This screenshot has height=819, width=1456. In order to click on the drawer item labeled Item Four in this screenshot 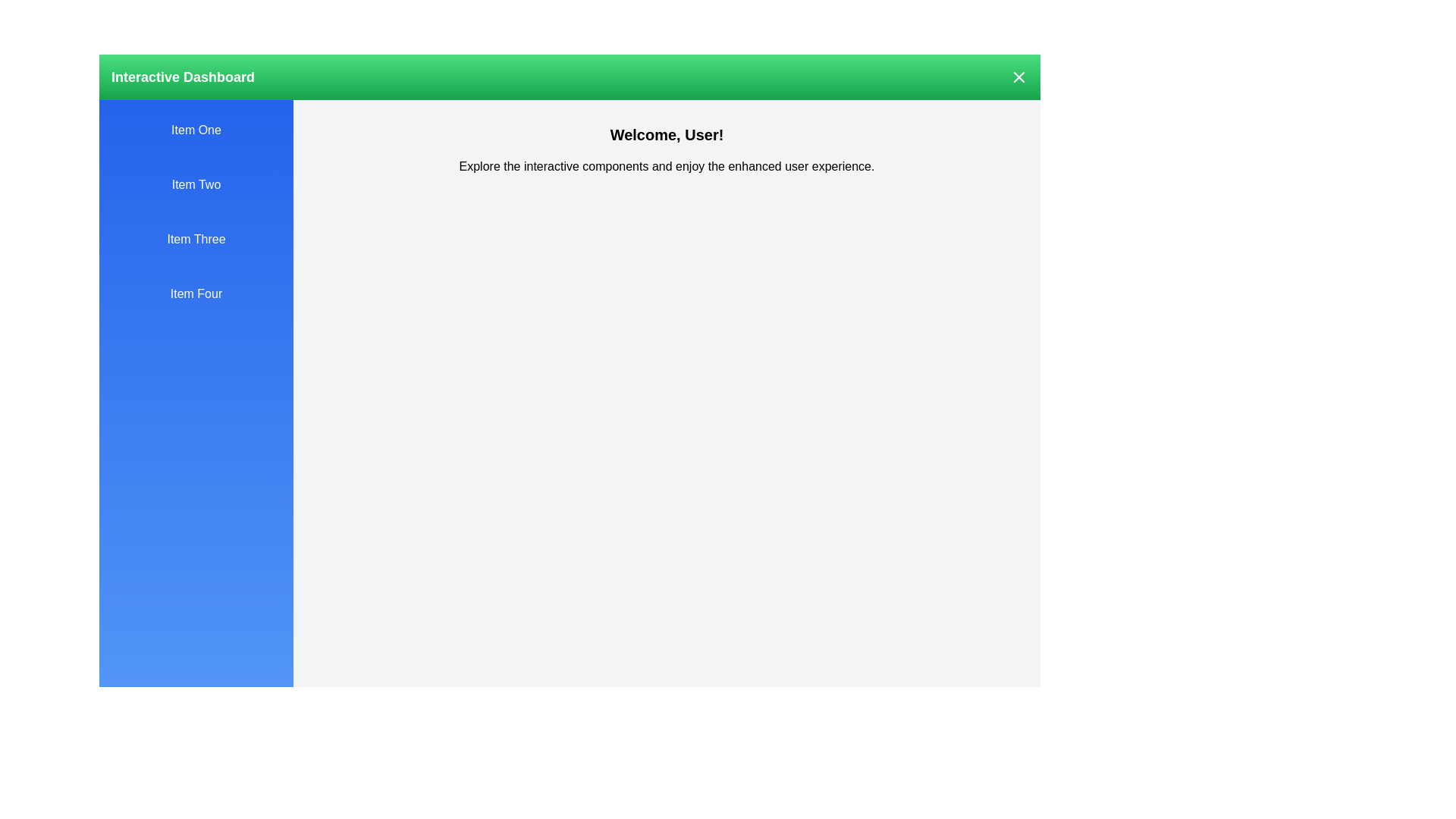, I will do `click(196, 294)`.